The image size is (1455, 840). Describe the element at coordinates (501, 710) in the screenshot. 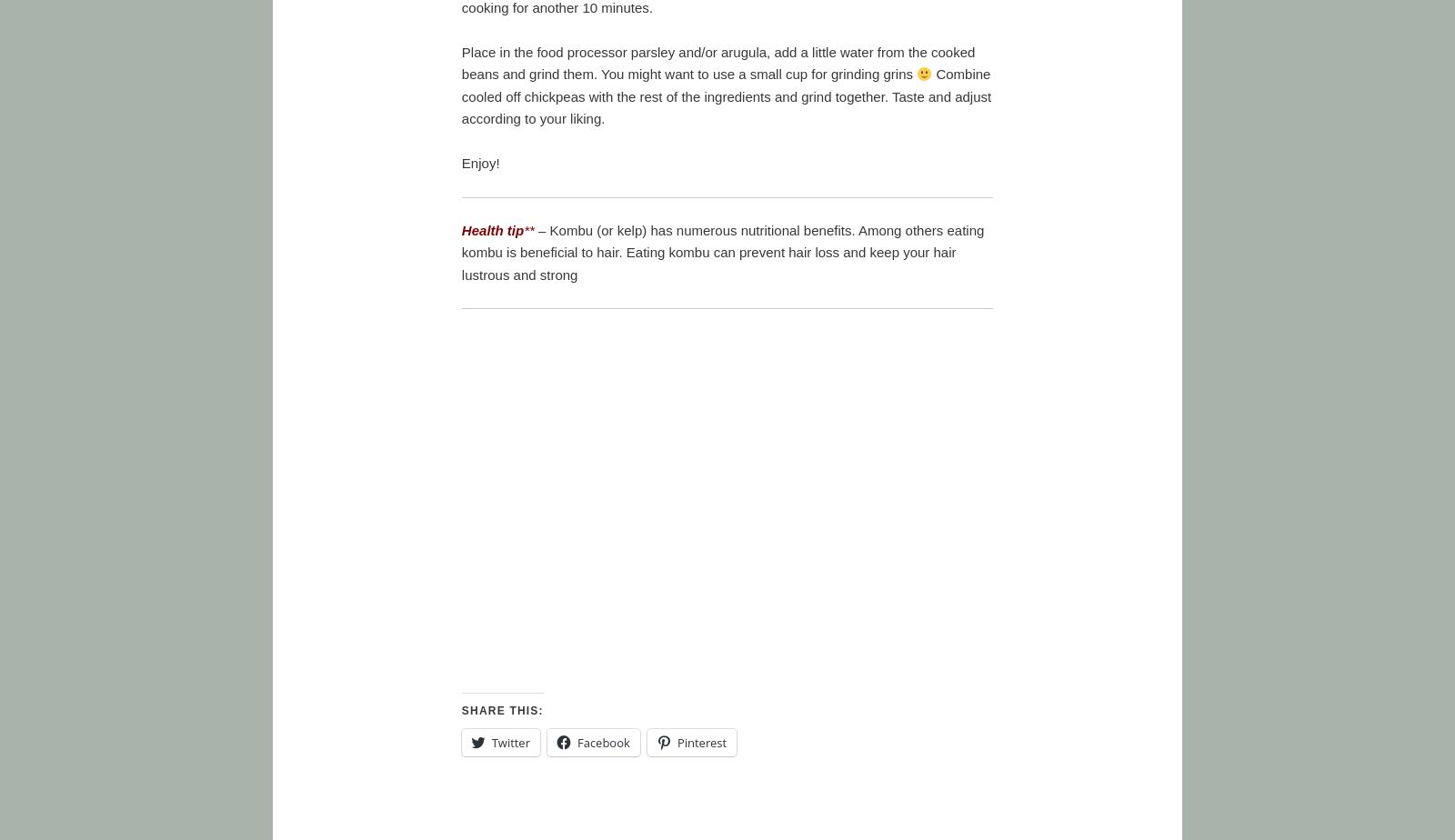

I see `'Share this:'` at that location.